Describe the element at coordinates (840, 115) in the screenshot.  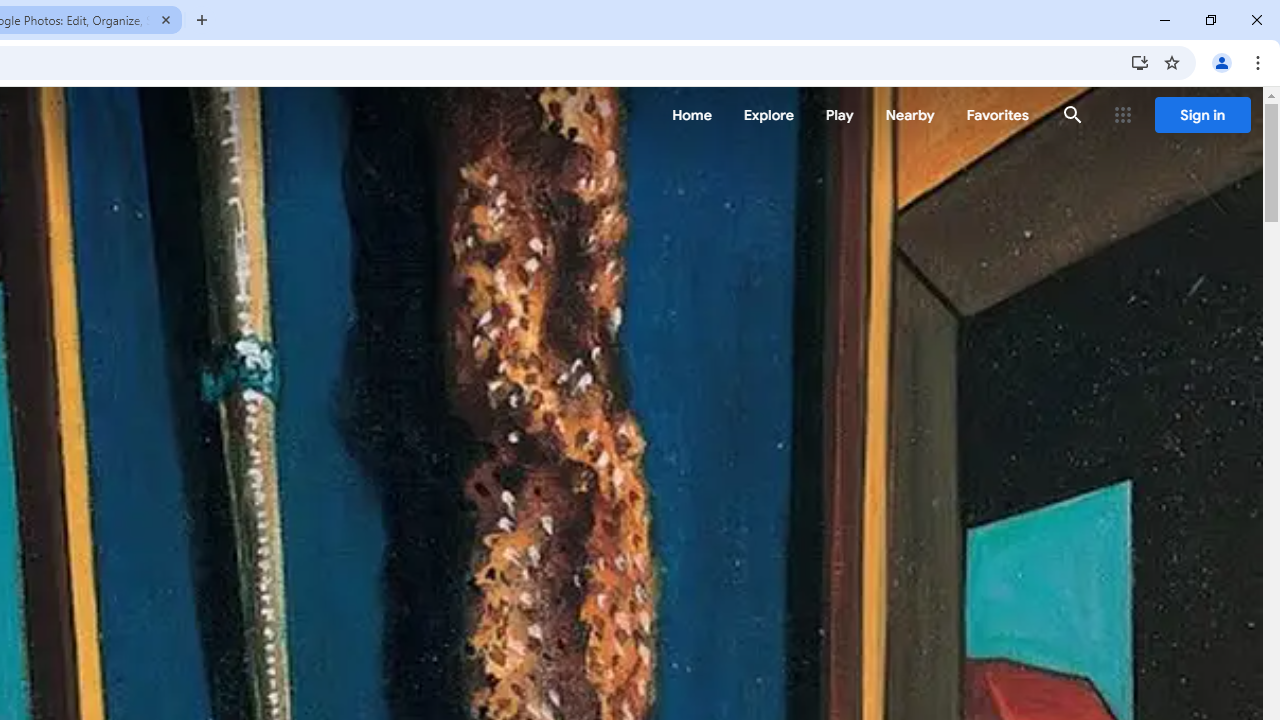
I see `'Play'` at that location.